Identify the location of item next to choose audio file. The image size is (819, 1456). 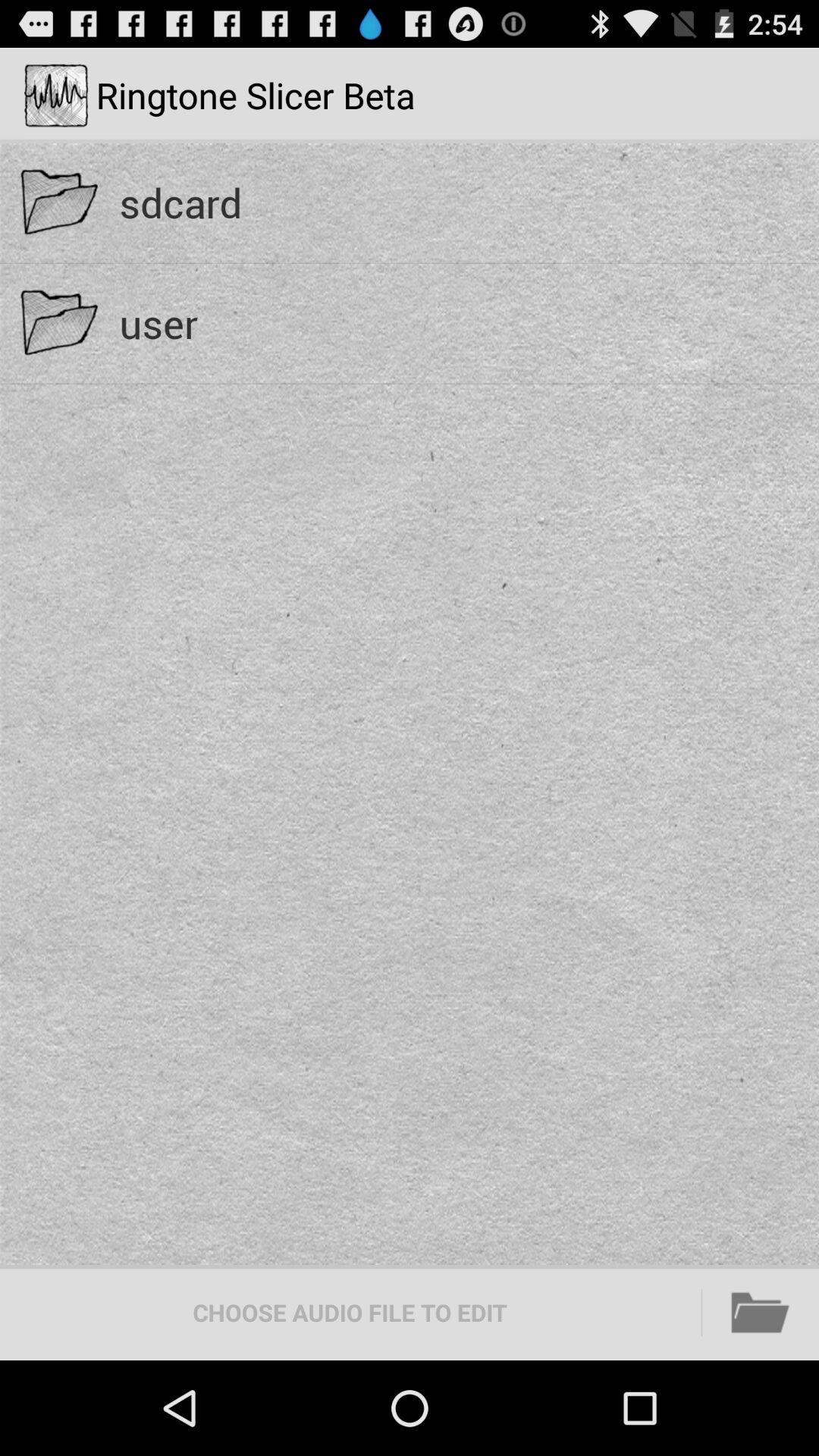
(761, 1312).